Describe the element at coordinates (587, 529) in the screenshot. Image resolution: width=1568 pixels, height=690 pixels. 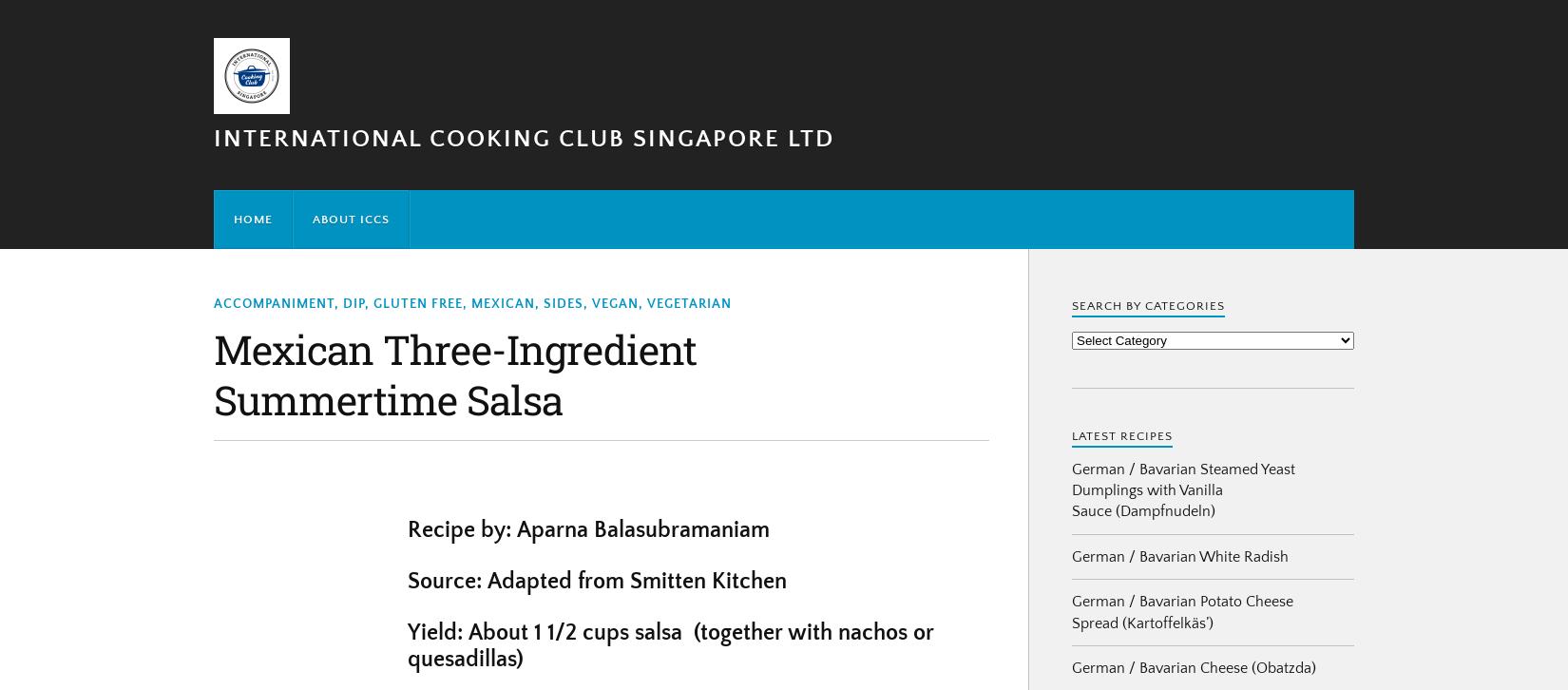
I see `'Recipe by: Aparna Balasubramaniam'` at that location.